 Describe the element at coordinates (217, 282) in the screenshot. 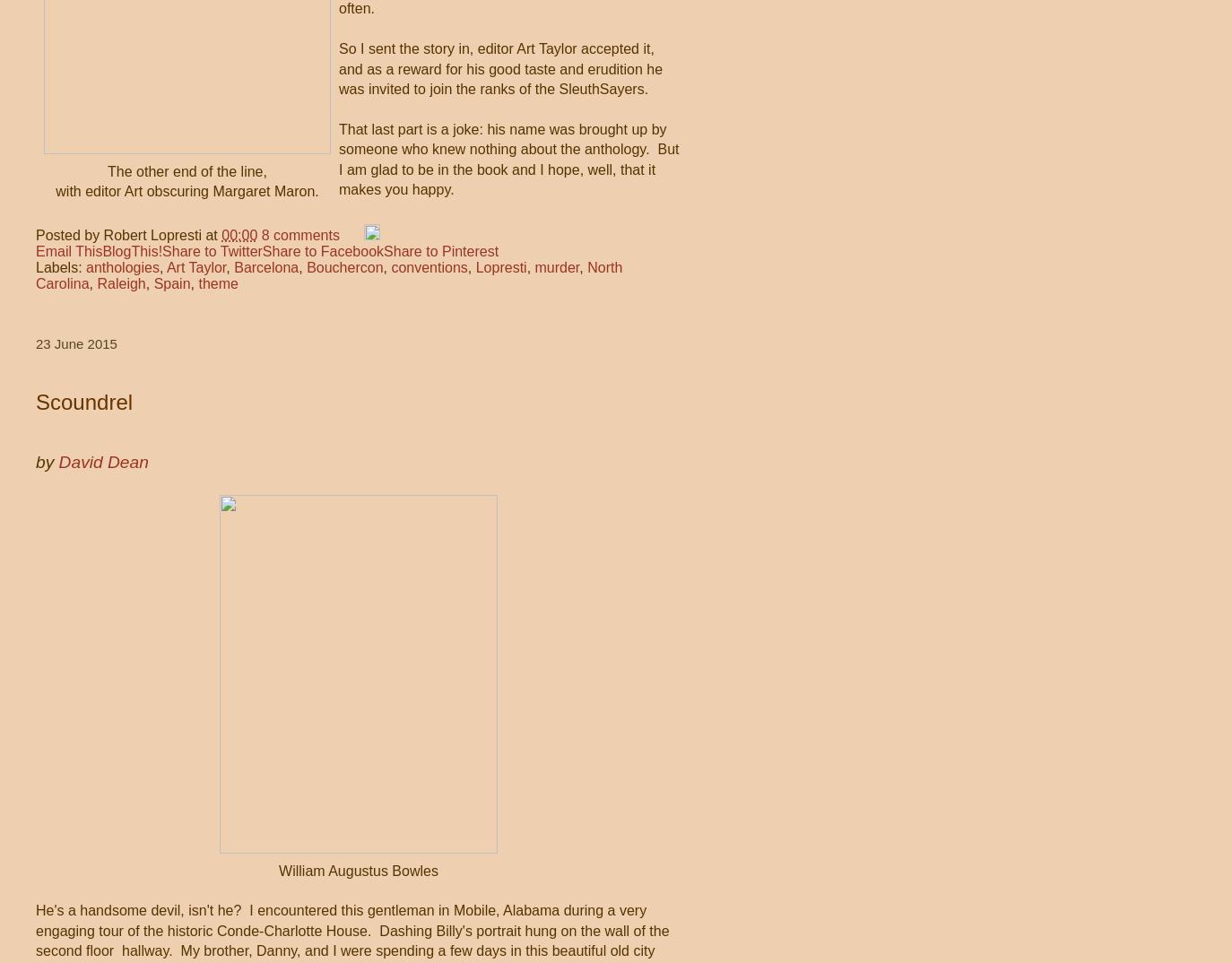

I see `'theme'` at that location.